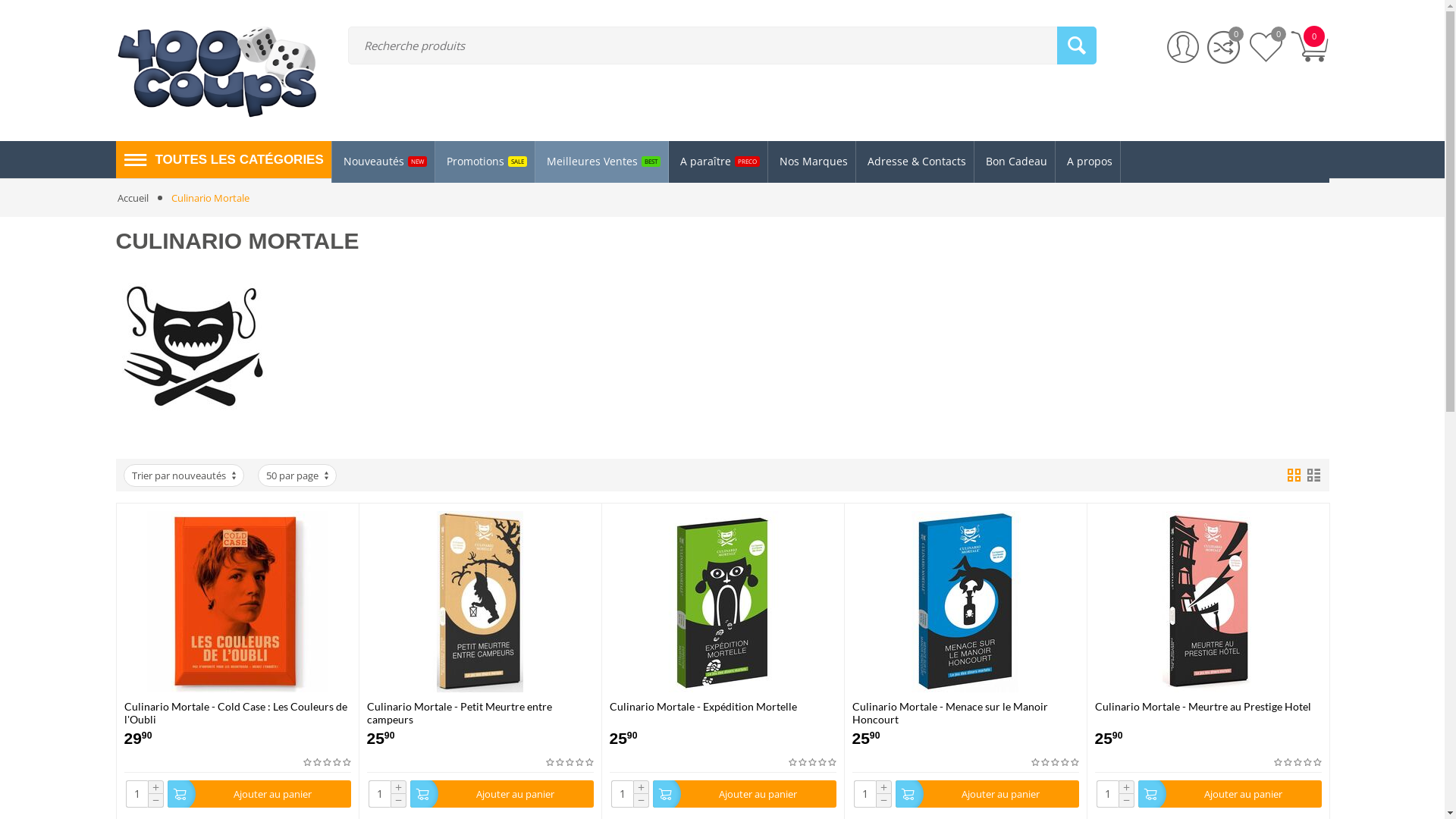 Image resolution: width=1456 pixels, height=819 pixels. Describe the element at coordinates (132, 197) in the screenshot. I see `'Accueil'` at that location.